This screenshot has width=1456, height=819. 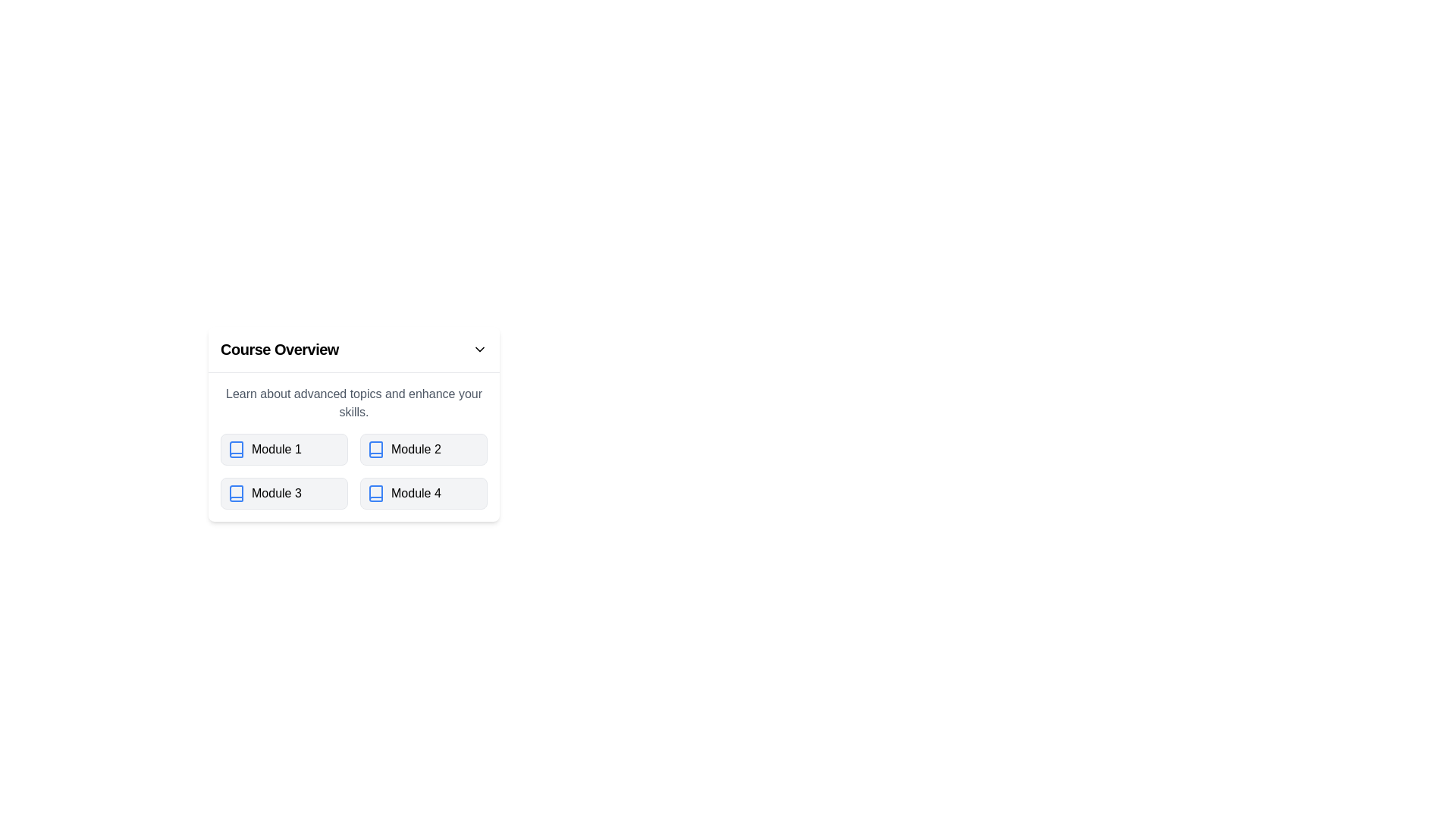 What do you see at coordinates (236, 449) in the screenshot?
I see `the book icon within the 'Module 1' button, which is styled with a blue outline and located in the top-left corner of the course module grid` at bounding box center [236, 449].